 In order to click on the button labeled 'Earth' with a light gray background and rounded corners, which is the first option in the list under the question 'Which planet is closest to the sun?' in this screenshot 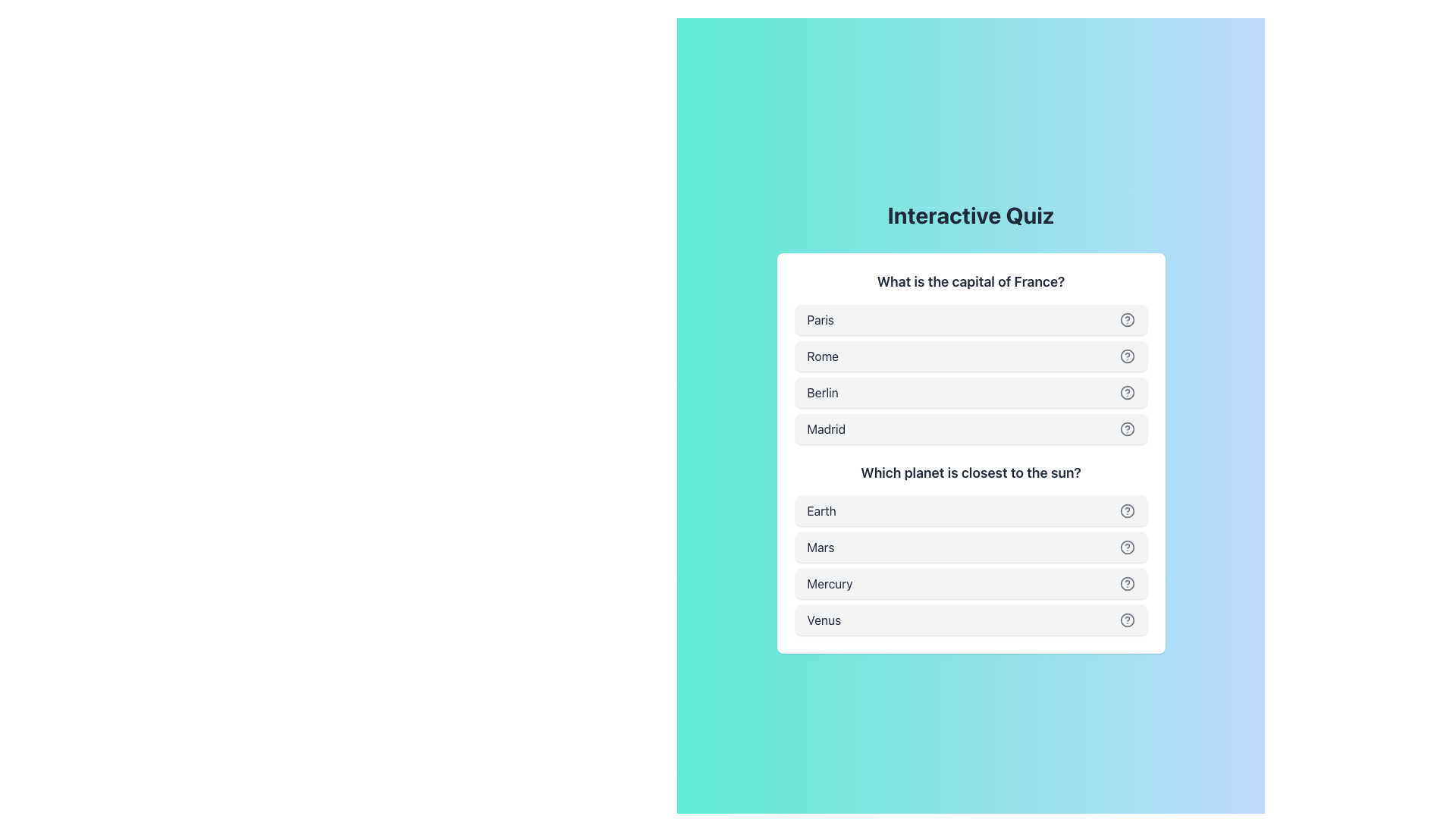, I will do `click(971, 511)`.